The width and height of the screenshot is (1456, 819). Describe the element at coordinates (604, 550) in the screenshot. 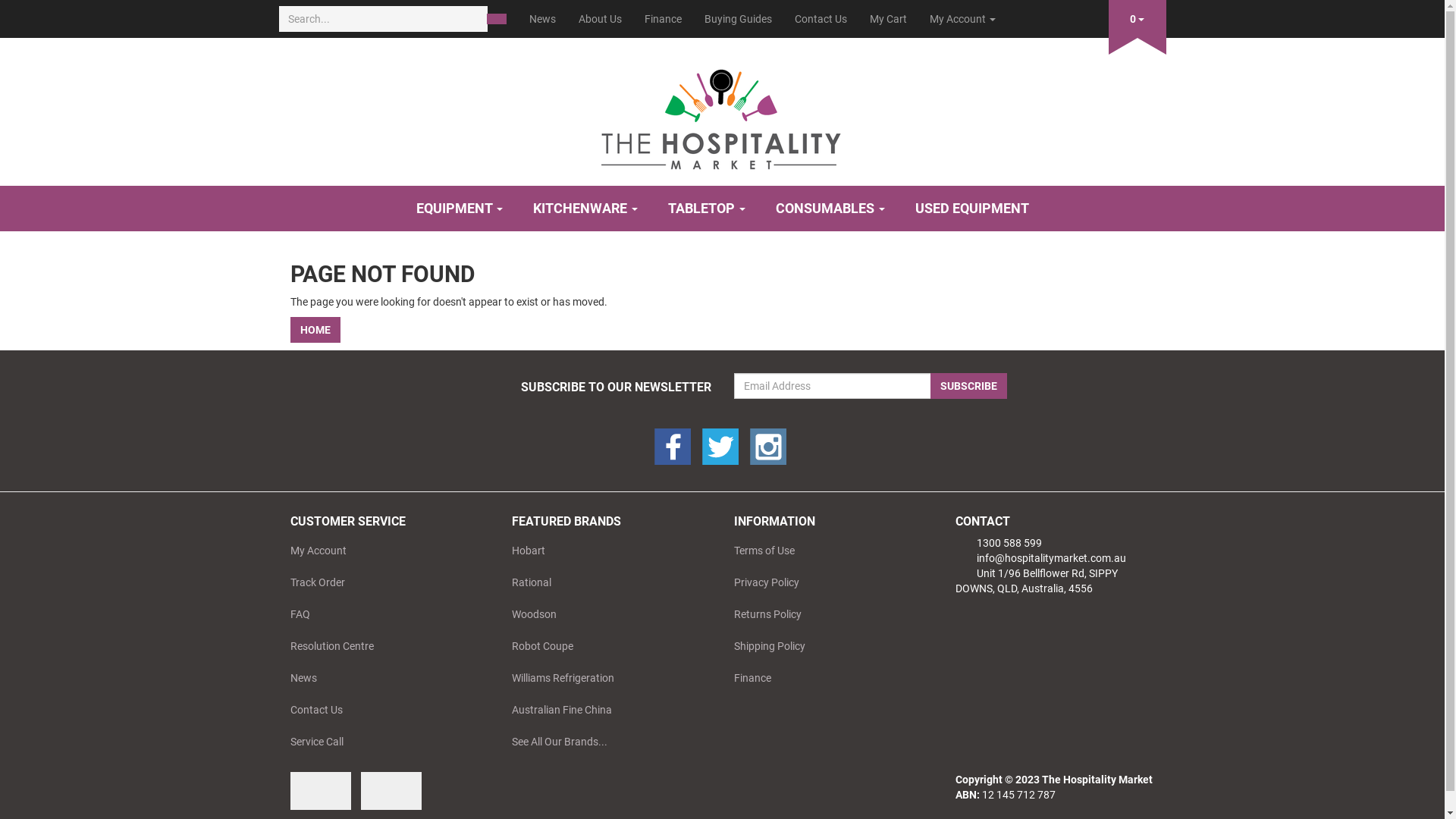

I see `'Hobart'` at that location.